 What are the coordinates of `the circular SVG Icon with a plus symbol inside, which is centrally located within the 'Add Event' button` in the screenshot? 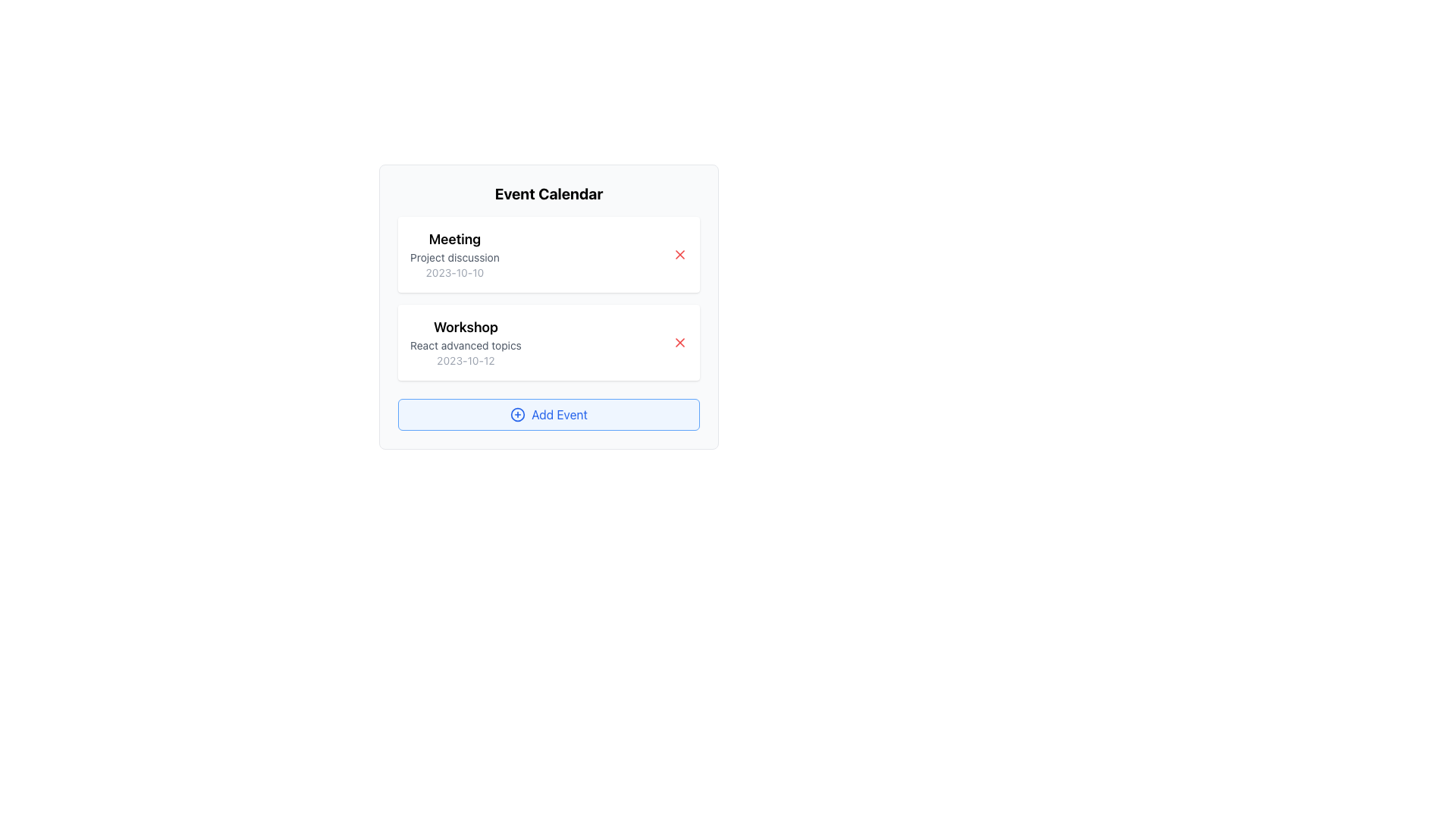 It's located at (518, 415).